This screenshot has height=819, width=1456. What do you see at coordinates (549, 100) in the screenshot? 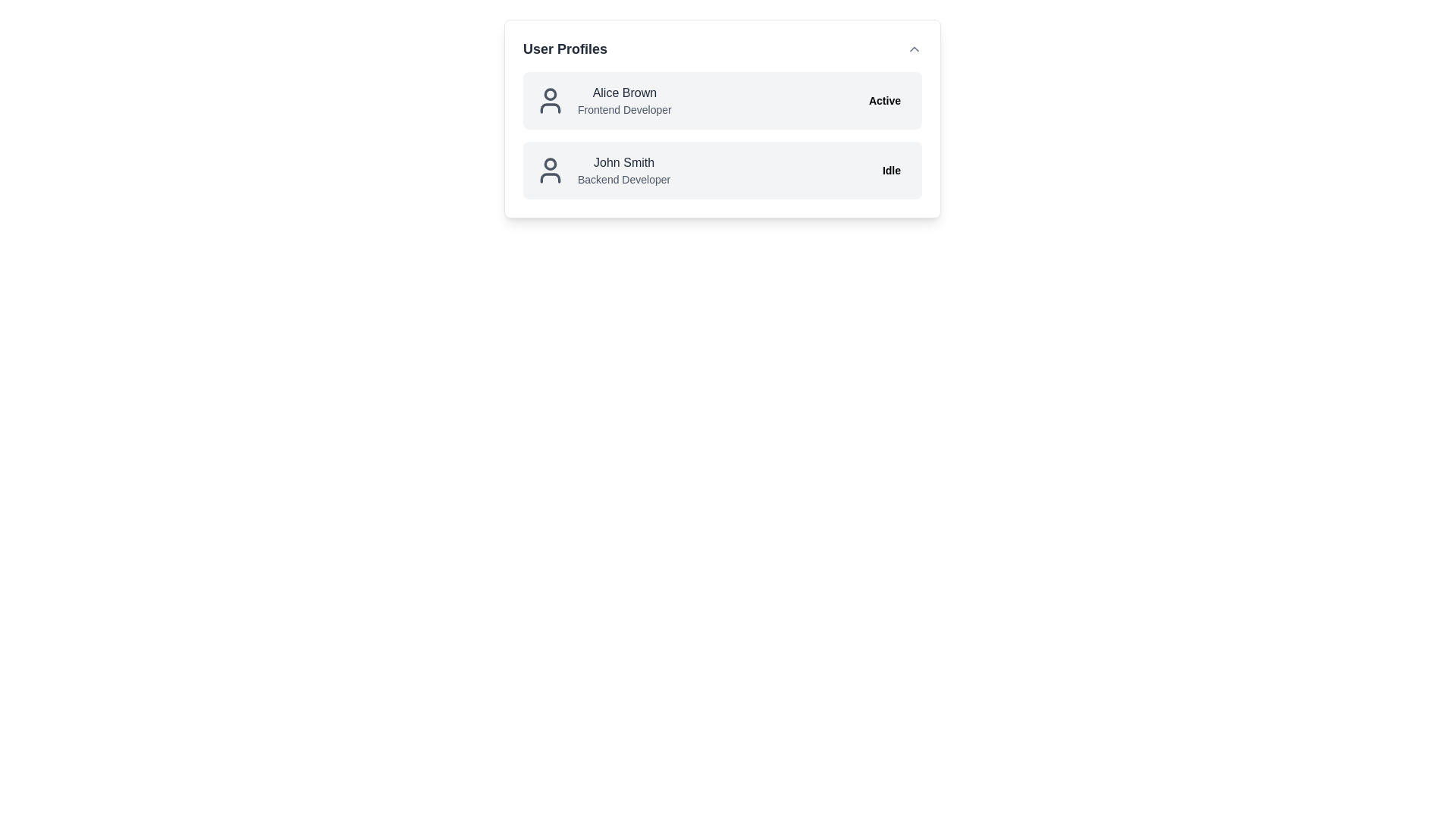
I see `the user profile icon representing 'Alice Brown', which is a gray circular icon with minimalistic lines, located to the left of the text details` at bounding box center [549, 100].